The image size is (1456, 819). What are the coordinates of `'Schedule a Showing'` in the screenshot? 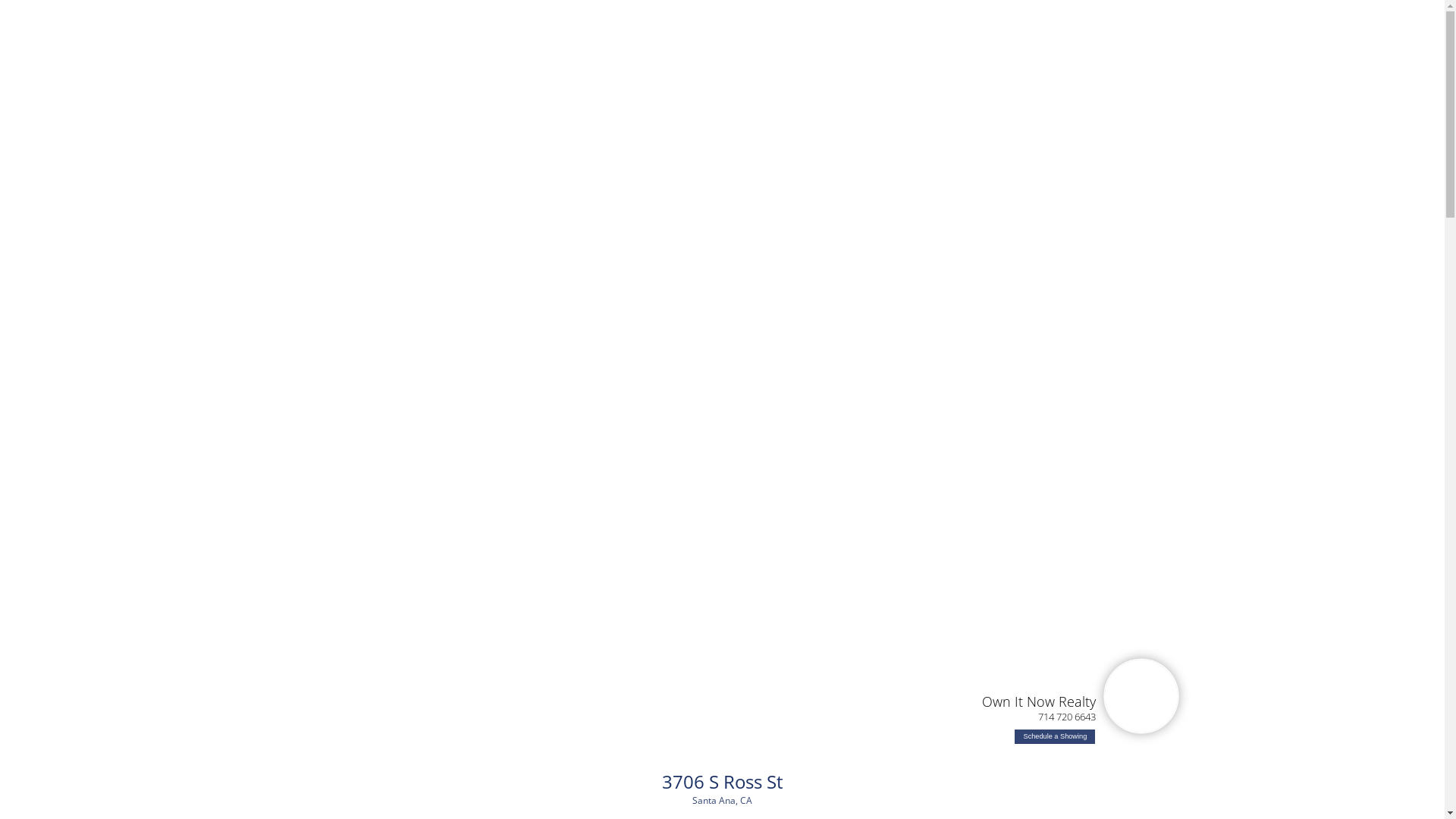 It's located at (1054, 736).